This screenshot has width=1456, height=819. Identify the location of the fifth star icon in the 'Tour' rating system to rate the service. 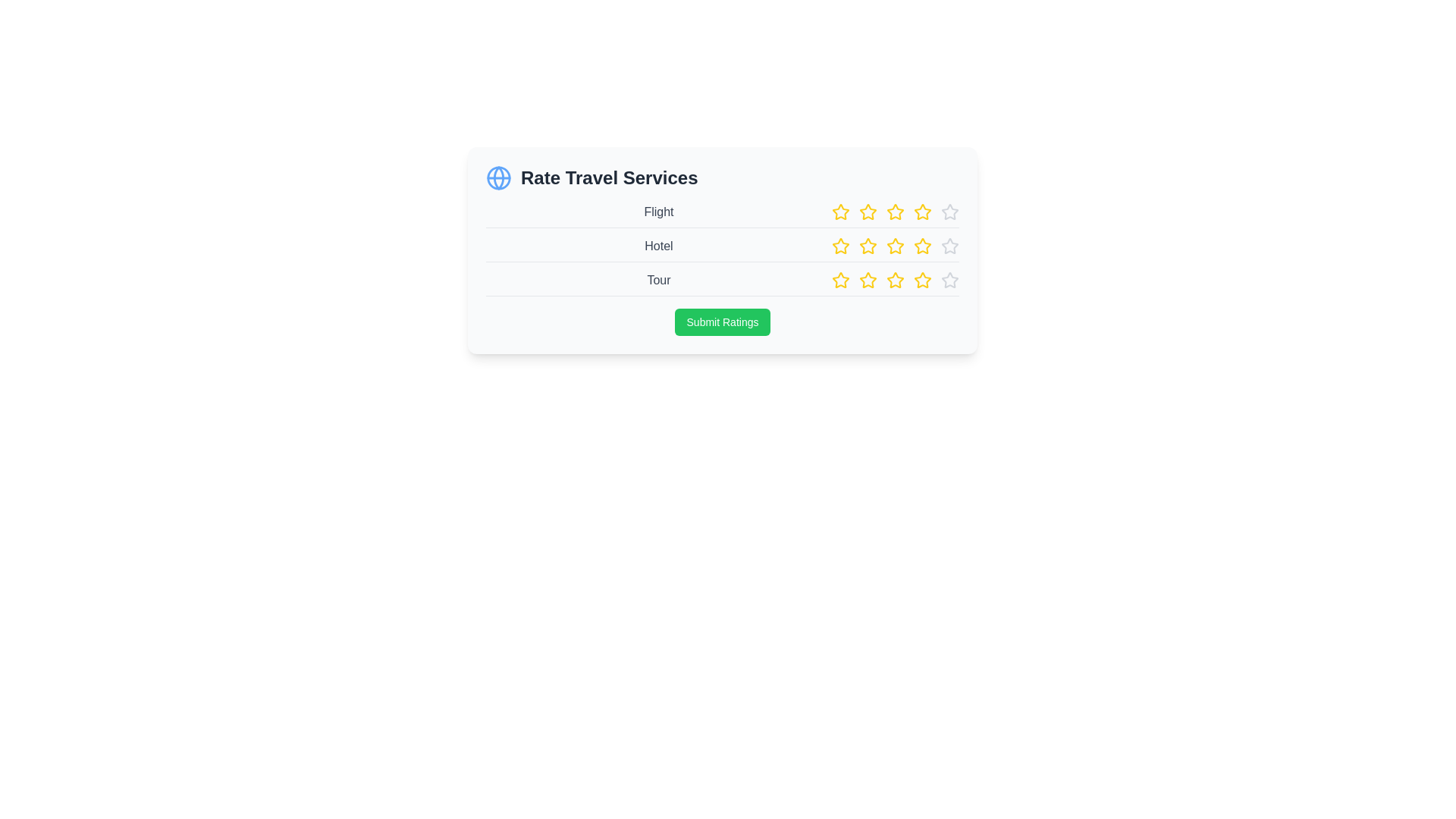
(949, 281).